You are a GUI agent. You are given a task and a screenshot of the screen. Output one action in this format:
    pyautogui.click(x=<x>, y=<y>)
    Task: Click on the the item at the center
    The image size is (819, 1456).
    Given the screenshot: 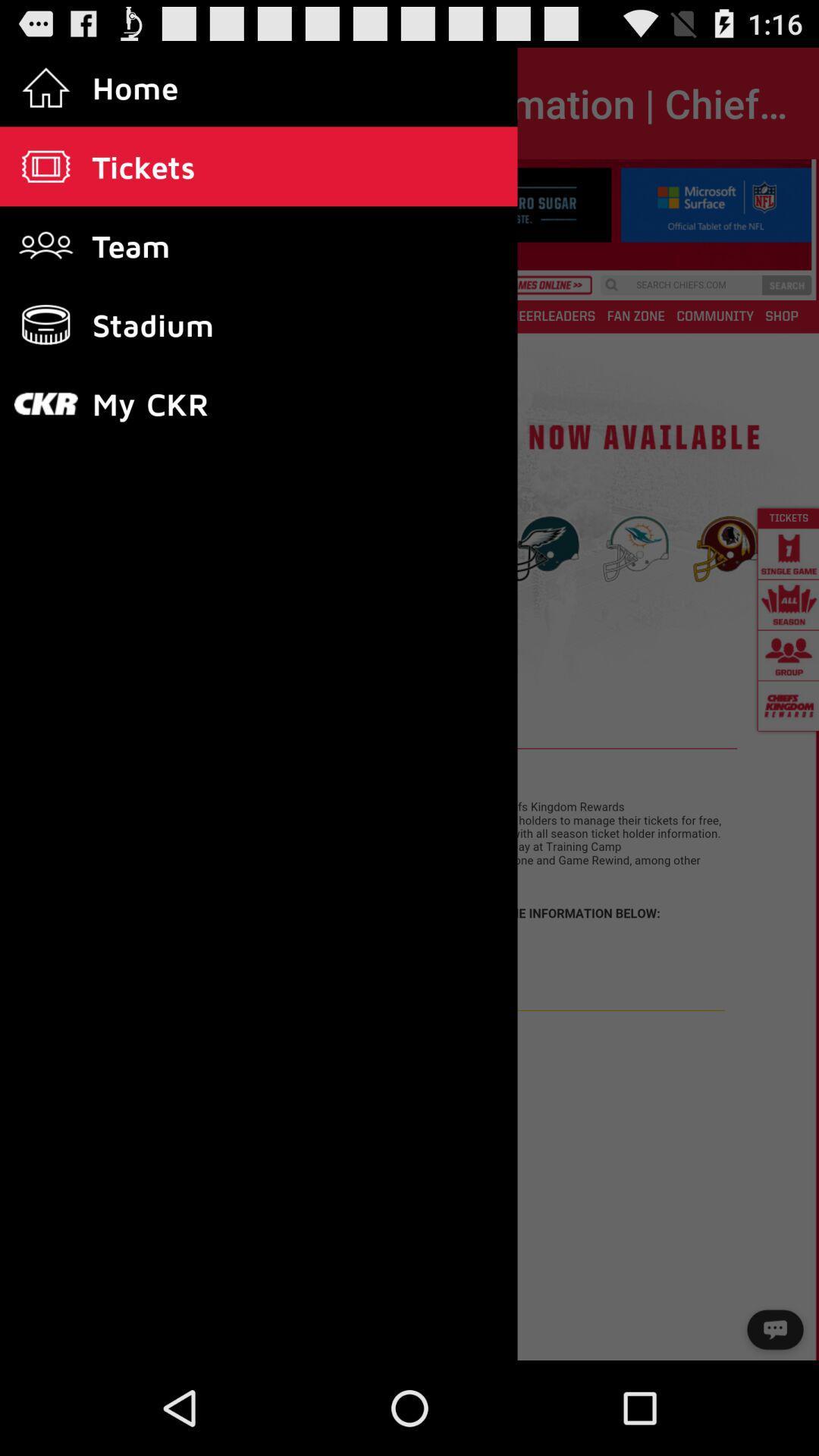 What is the action you would take?
    pyautogui.click(x=409, y=760)
    